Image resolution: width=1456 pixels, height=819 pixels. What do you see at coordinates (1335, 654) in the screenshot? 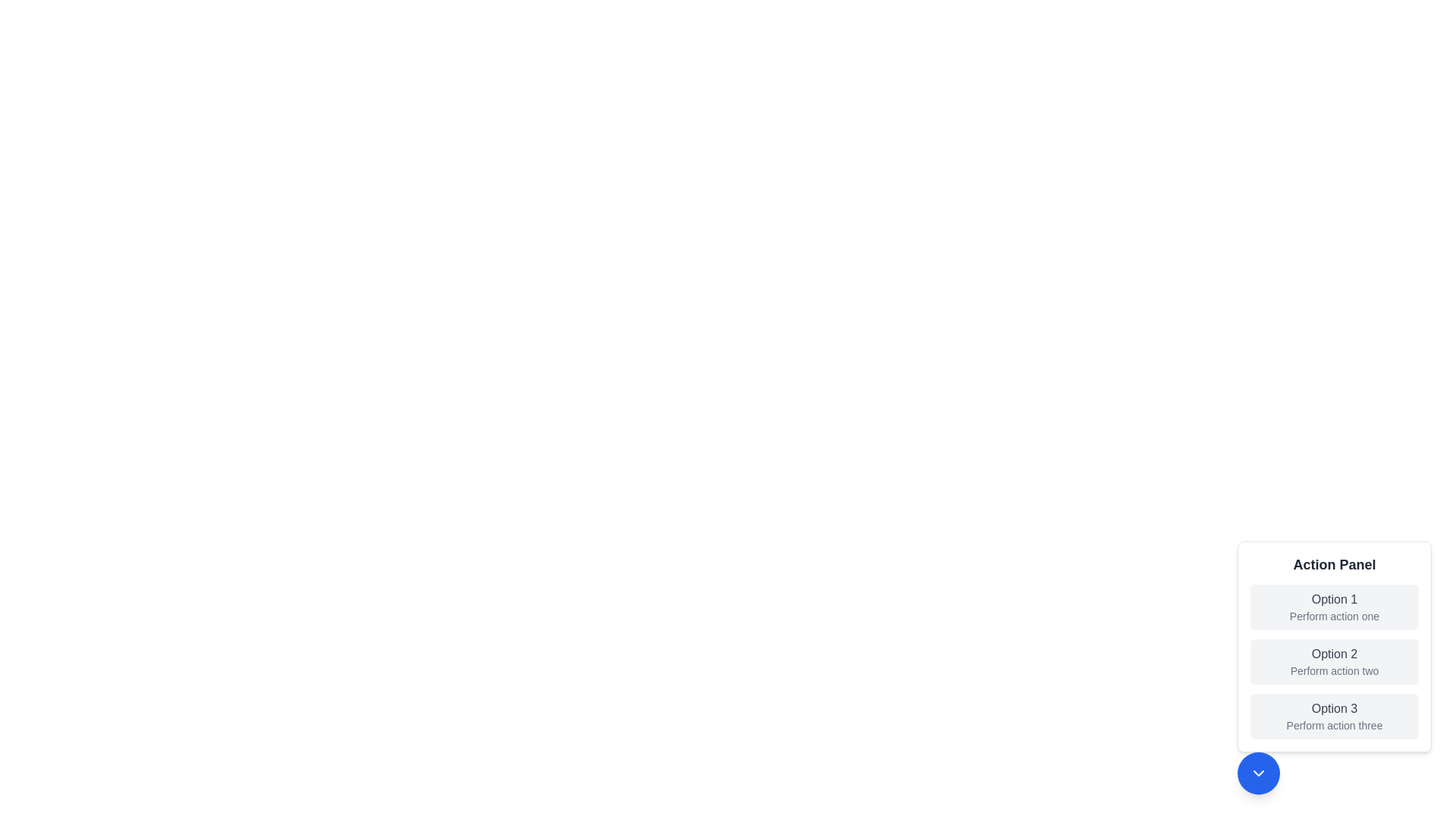
I see `the text label representing the title of the second action choice in the action panel, located between 'Perform action one' and 'Perform action three'` at bounding box center [1335, 654].